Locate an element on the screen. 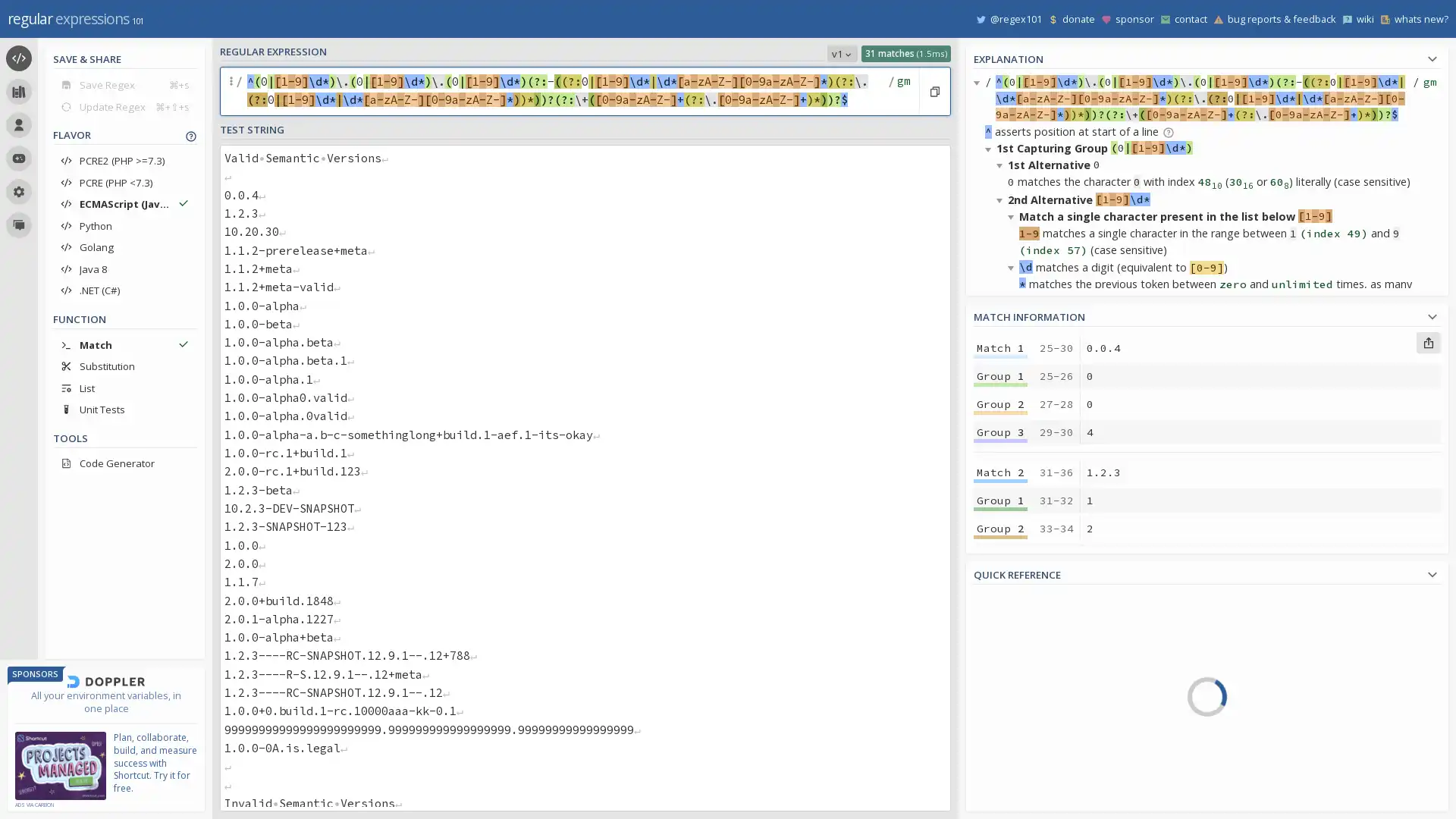  Select Regex Version is located at coordinates (841, 52).